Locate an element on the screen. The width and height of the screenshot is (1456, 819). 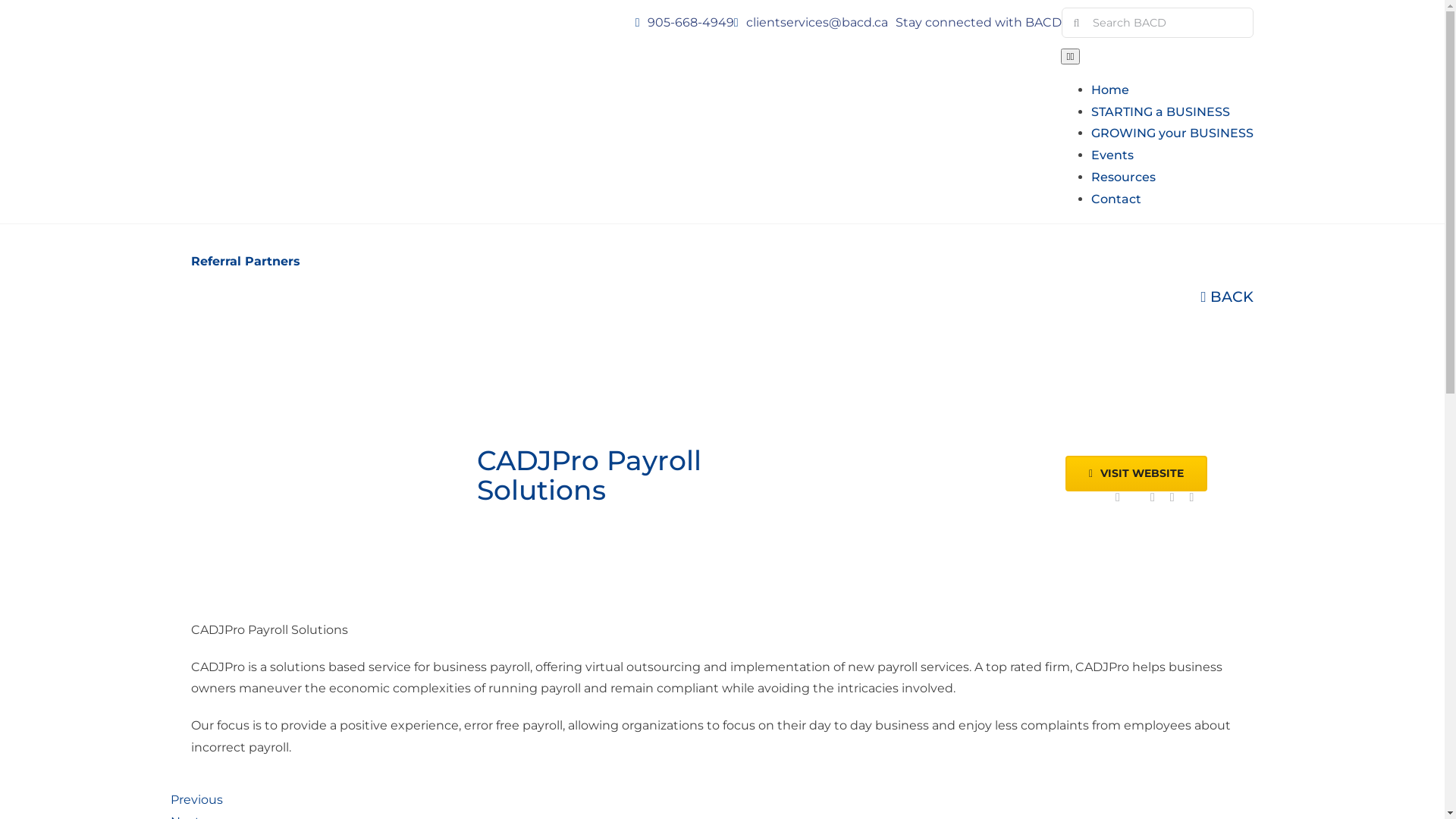
'Resources' is located at coordinates (1123, 176).